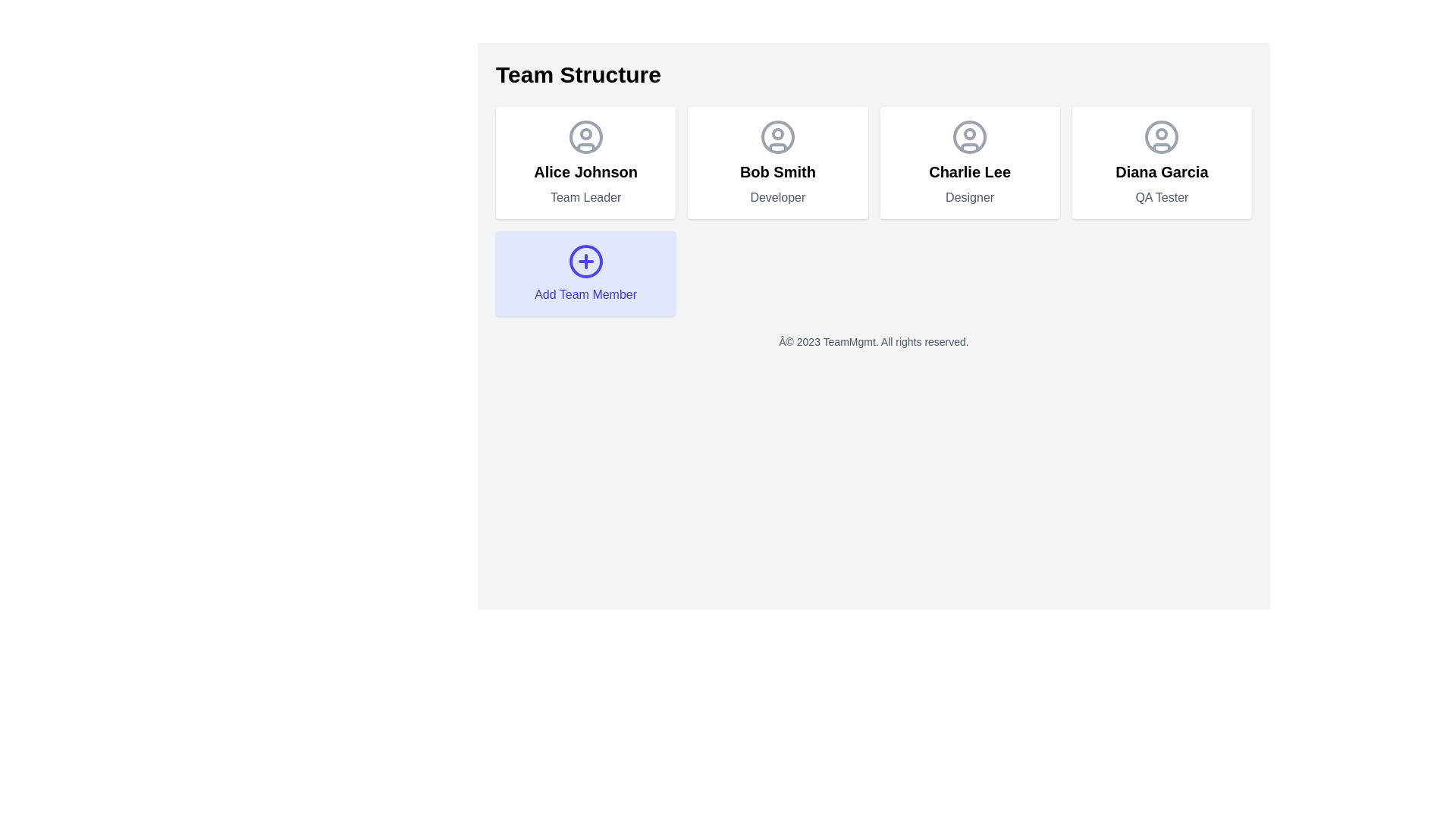 This screenshot has height=819, width=1456. I want to click on the inner circular element of the user profile icon representing 'Bob Smith' in the second card of the 'Team Structure' section, so click(777, 133).